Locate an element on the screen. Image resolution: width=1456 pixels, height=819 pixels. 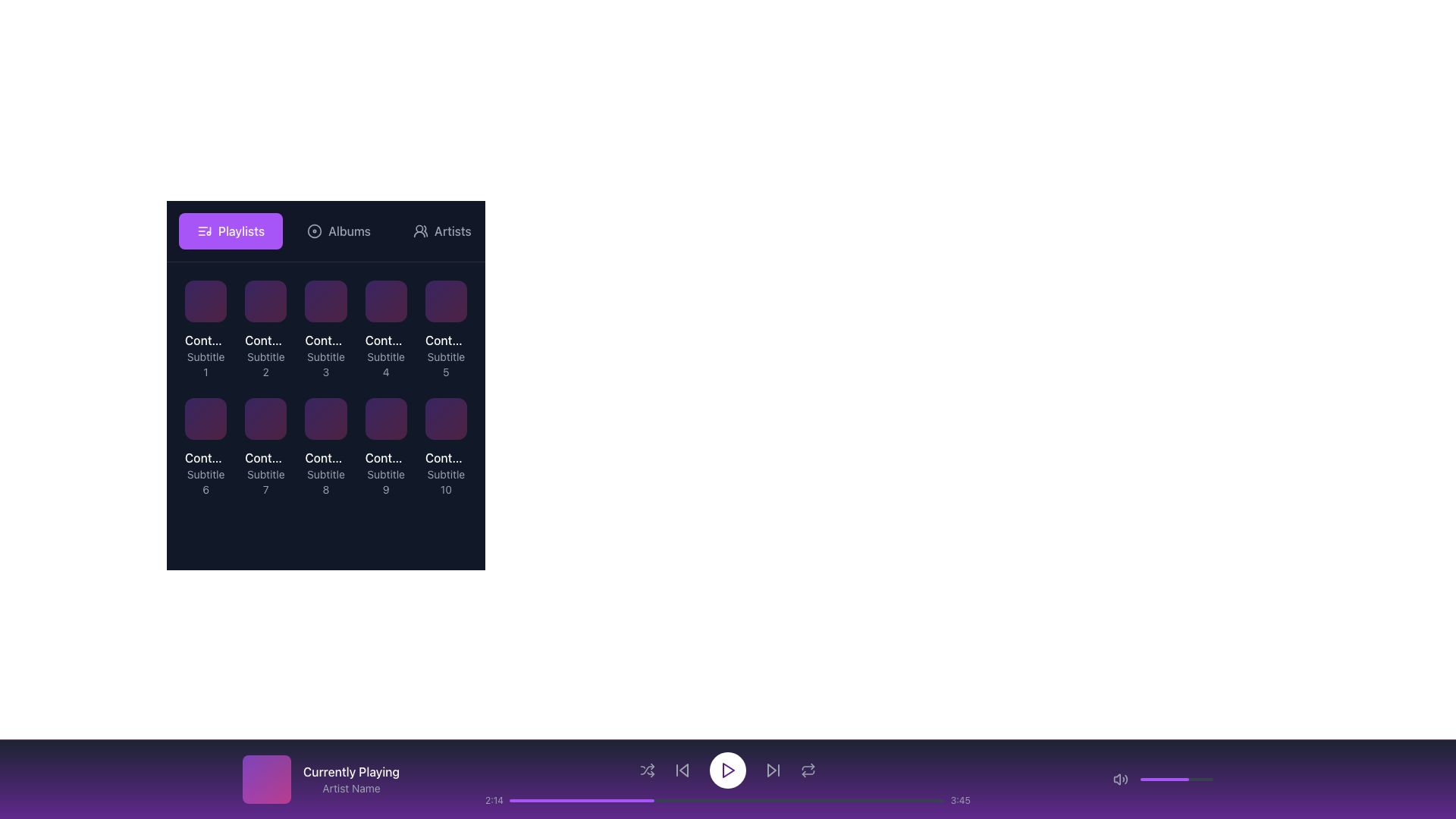
the purple progress bar segment located in the bottom-right section of the interface is located at coordinates (1164, 780).